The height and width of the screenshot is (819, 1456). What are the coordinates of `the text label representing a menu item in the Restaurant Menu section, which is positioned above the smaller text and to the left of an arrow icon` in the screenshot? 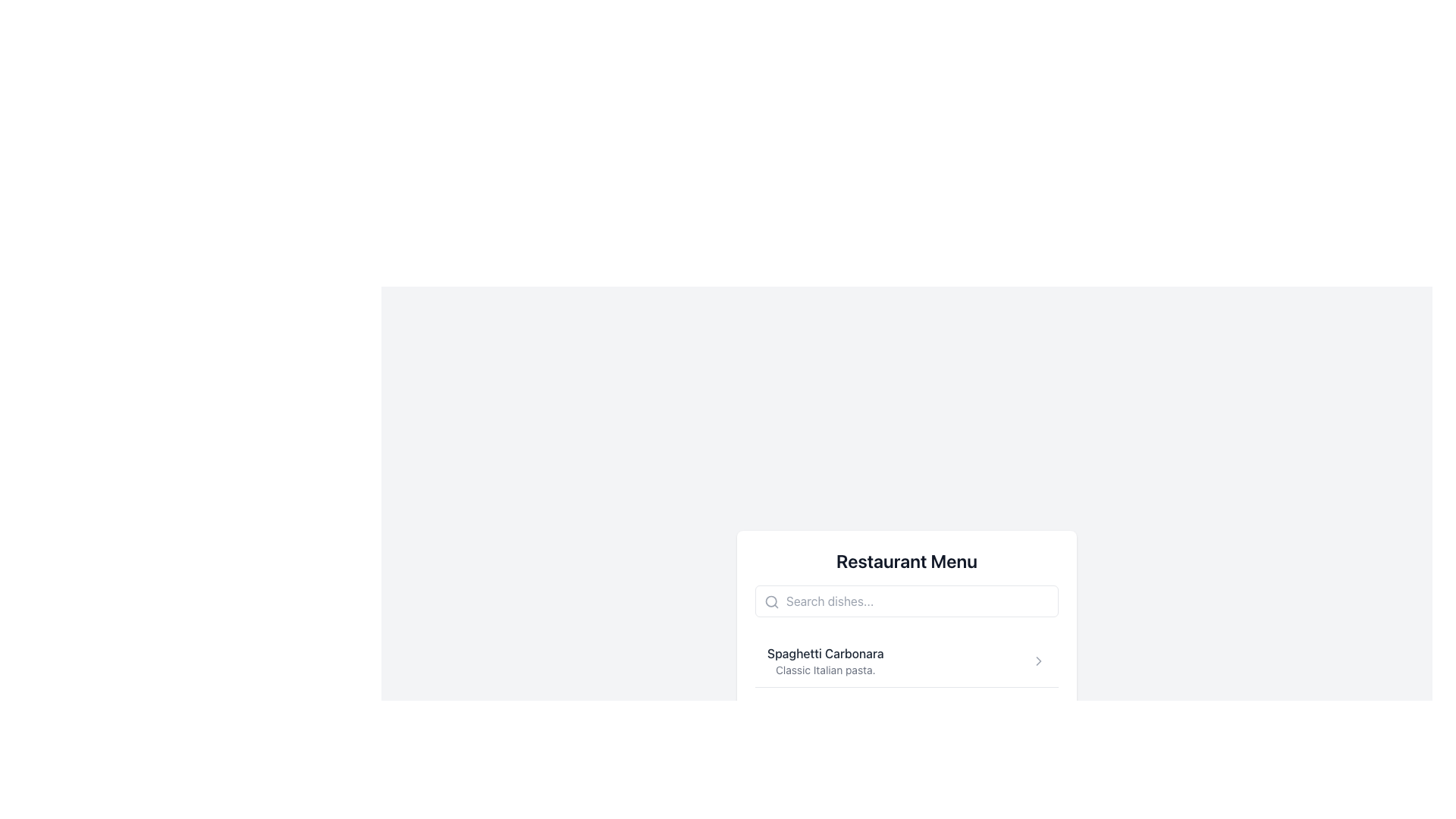 It's located at (824, 652).